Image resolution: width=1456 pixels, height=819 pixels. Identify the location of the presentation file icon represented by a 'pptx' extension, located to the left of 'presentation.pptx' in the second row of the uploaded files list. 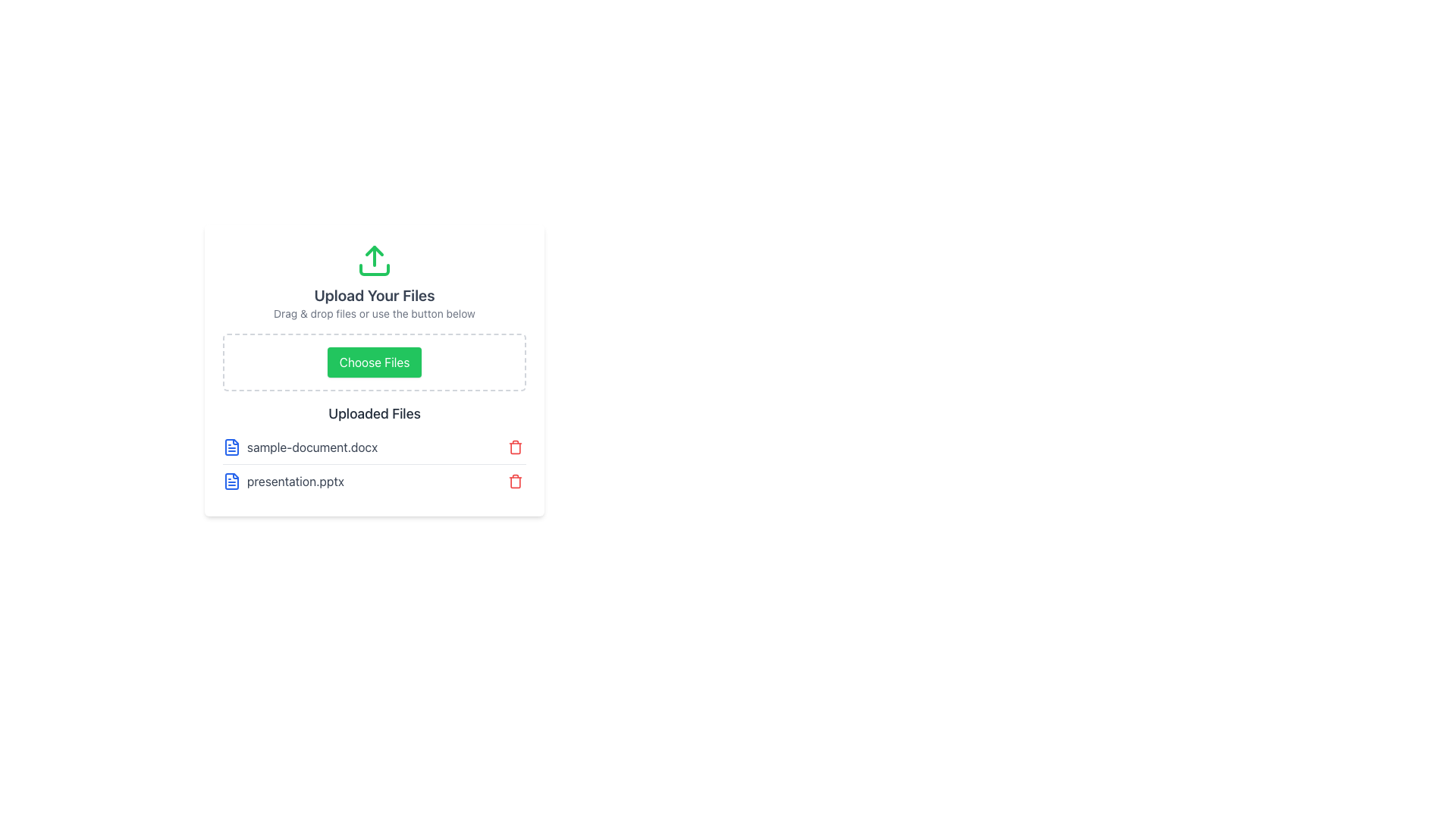
(231, 482).